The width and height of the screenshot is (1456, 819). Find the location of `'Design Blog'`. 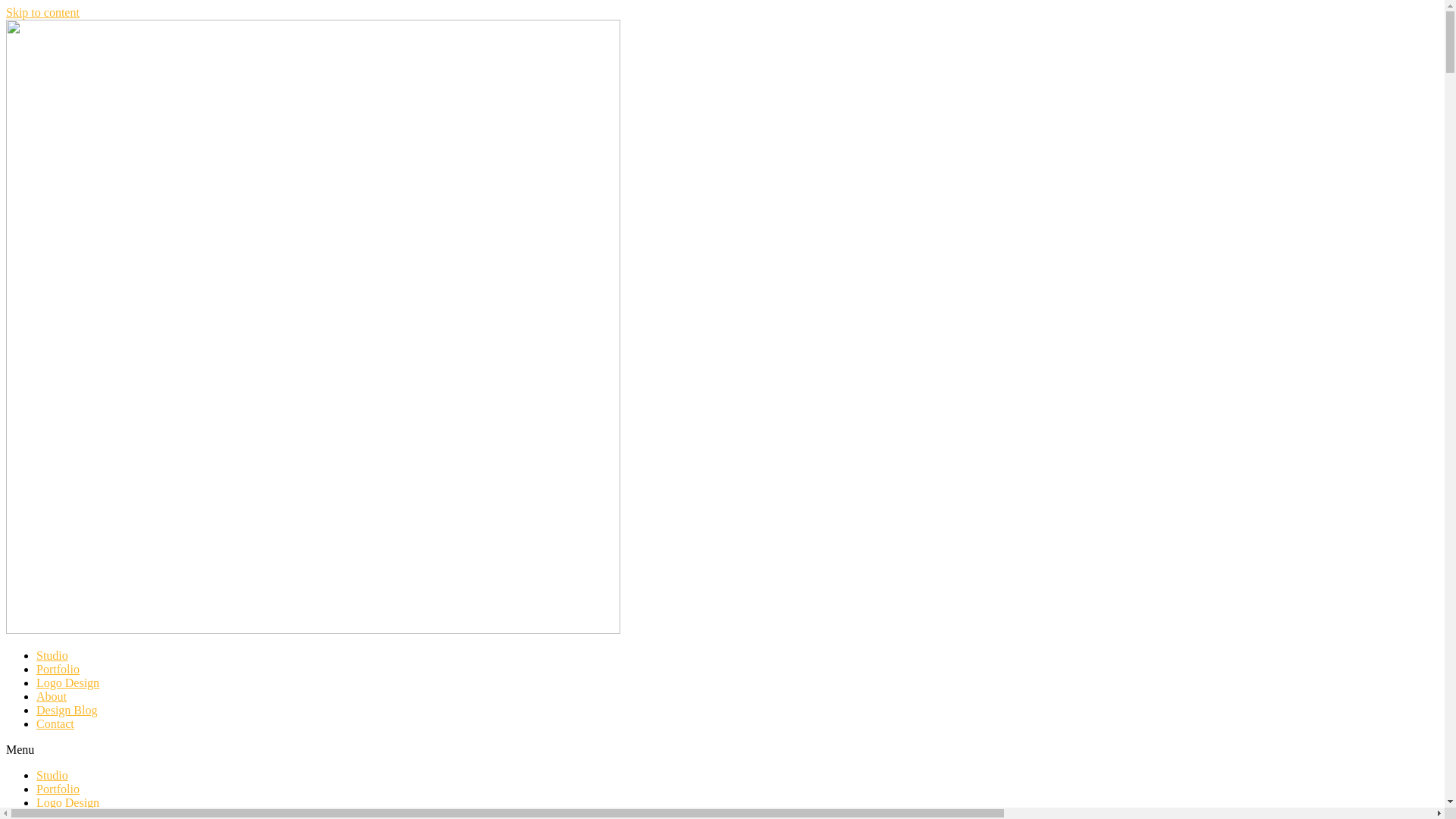

'Design Blog' is located at coordinates (65, 710).